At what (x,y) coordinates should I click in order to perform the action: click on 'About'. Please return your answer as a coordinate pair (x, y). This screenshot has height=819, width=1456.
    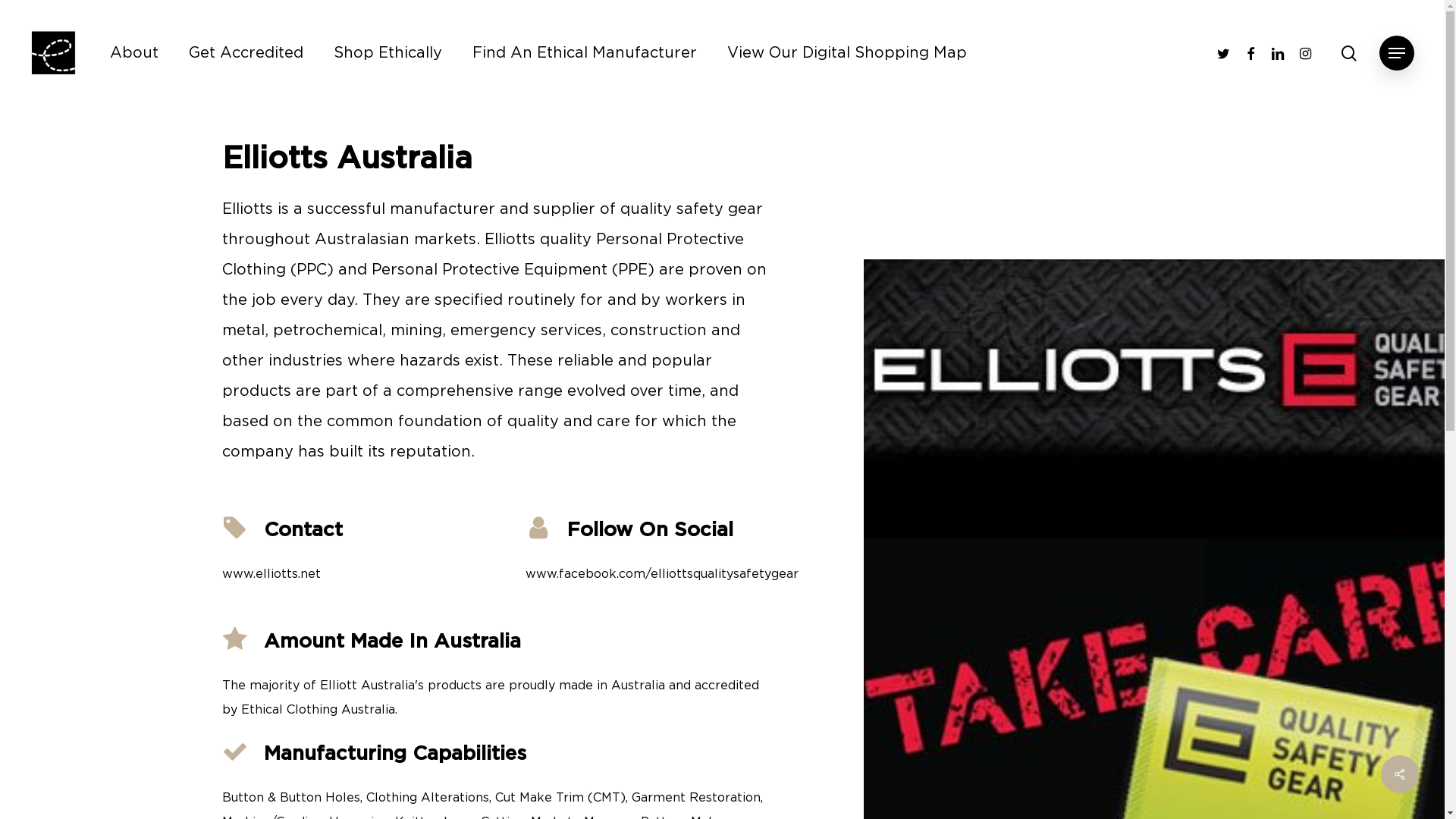
    Looking at the image, I should click on (108, 52).